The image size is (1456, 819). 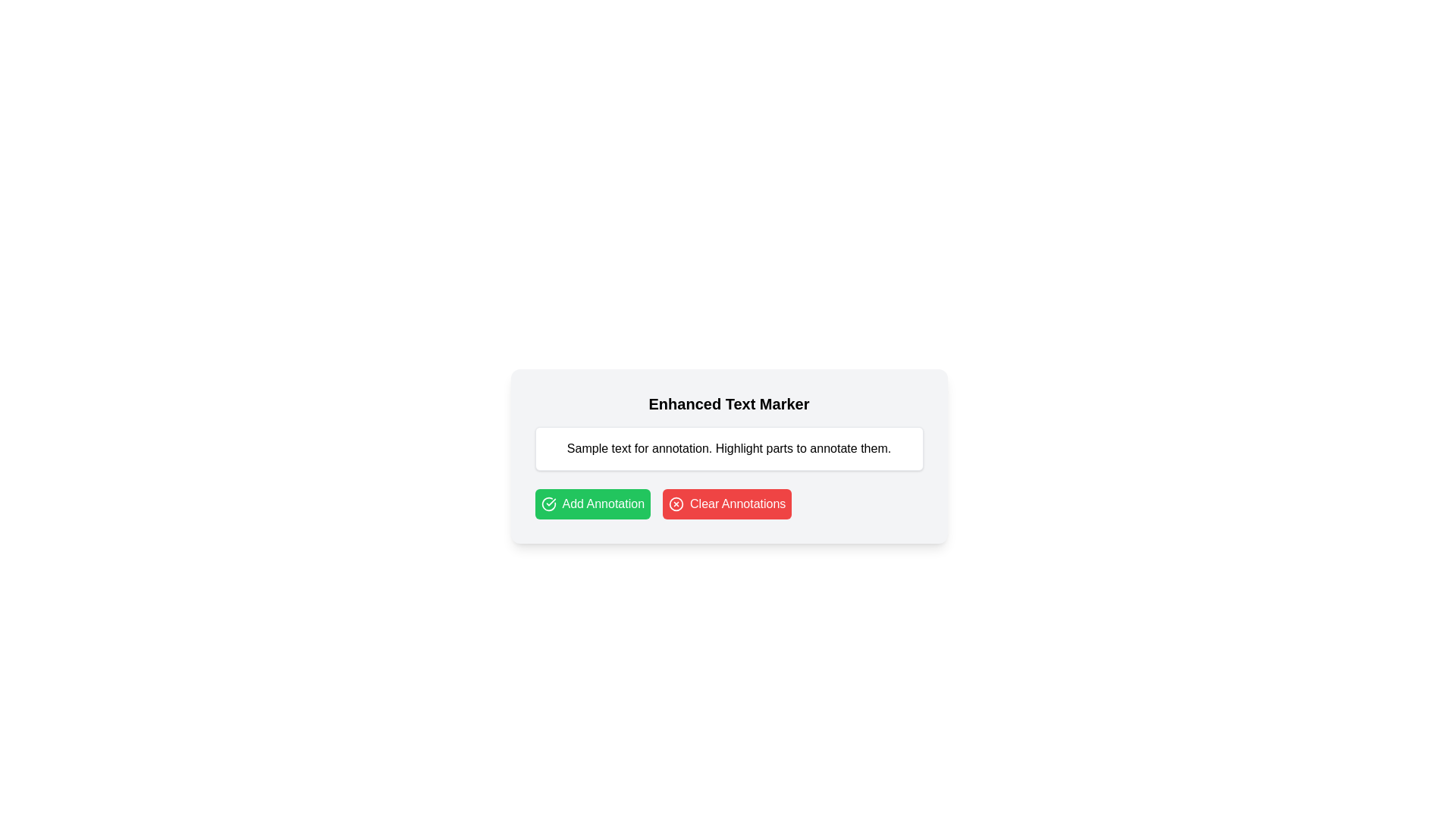 What do you see at coordinates (698, 447) in the screenshot?
I see `the text character 'o' which is the 25th character in the text string 'Sample text for annotation. Highlight parts to annotate them.'` at bounding box center [698, 447].